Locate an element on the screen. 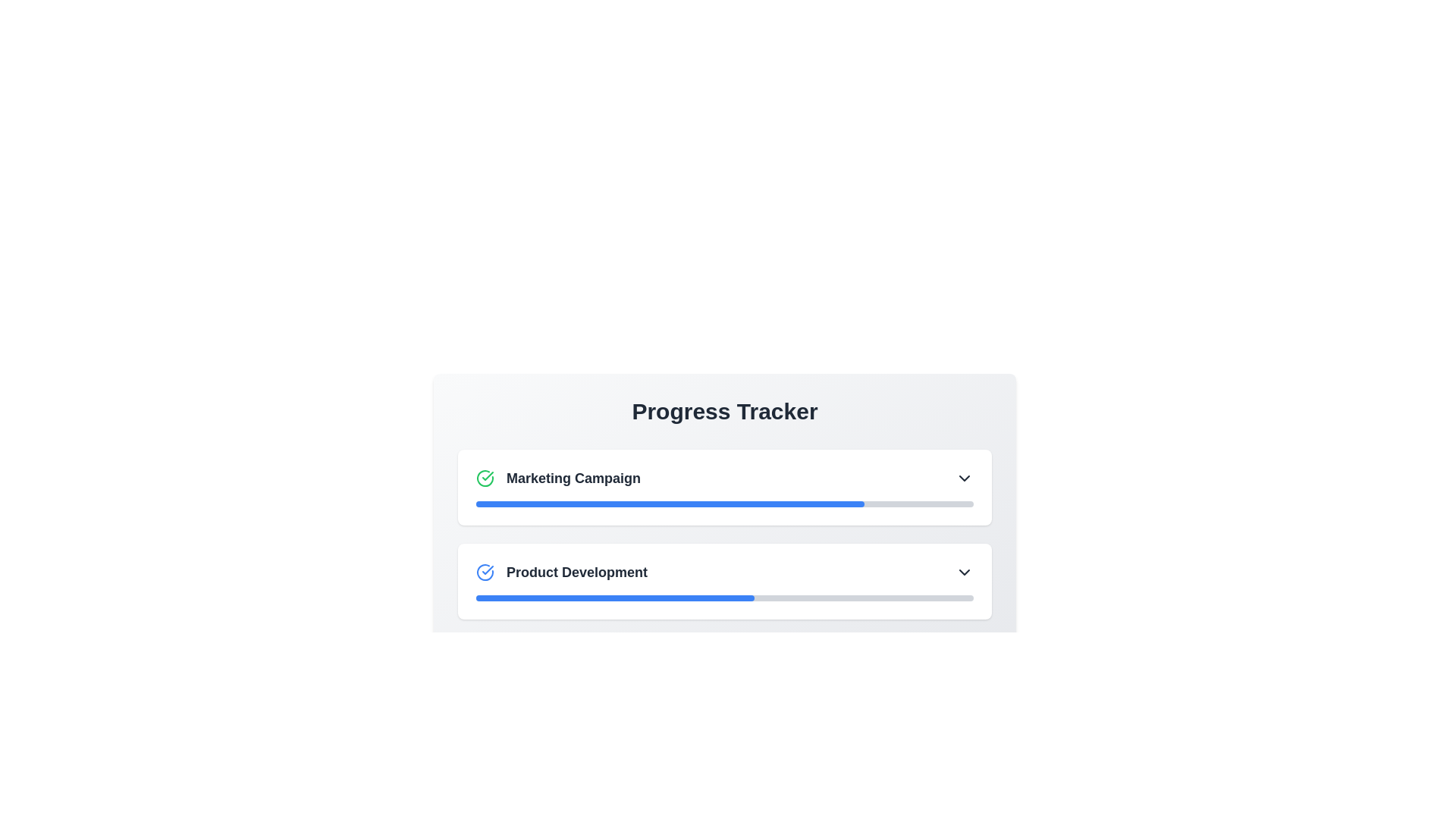 The image size is (1456, 819). the circular blue checkmark icon positioned to the left of the text 'Product Development' is located at coordinates (484, 573).